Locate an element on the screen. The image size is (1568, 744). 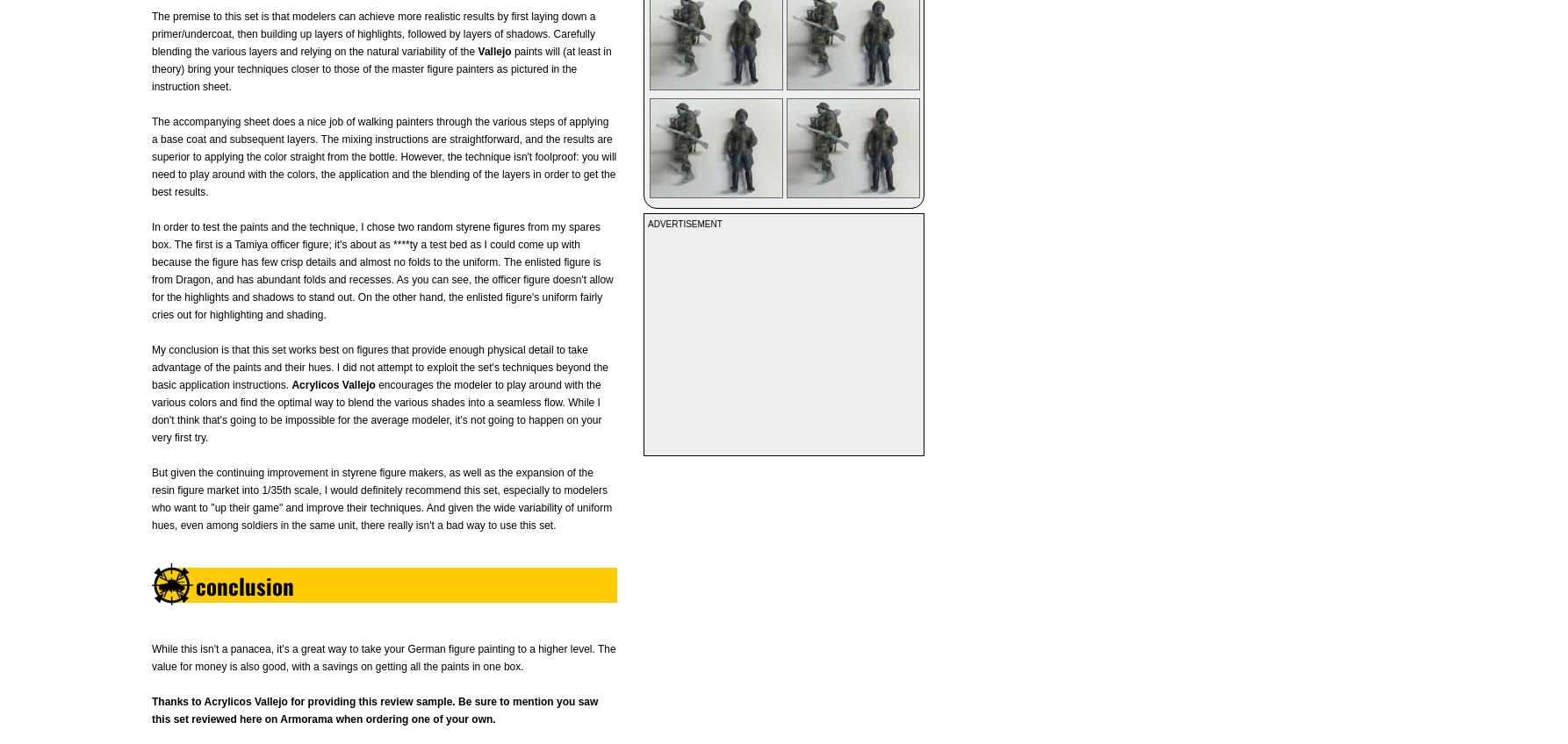
'encourages the modeler to play around with the various colors and find the optimal way to blend the various shades into a seamless flow. While I don't think that's going to be impossible for the average modeler, it's not going to happen on your very first try.' is located at coordinates (376, 411).